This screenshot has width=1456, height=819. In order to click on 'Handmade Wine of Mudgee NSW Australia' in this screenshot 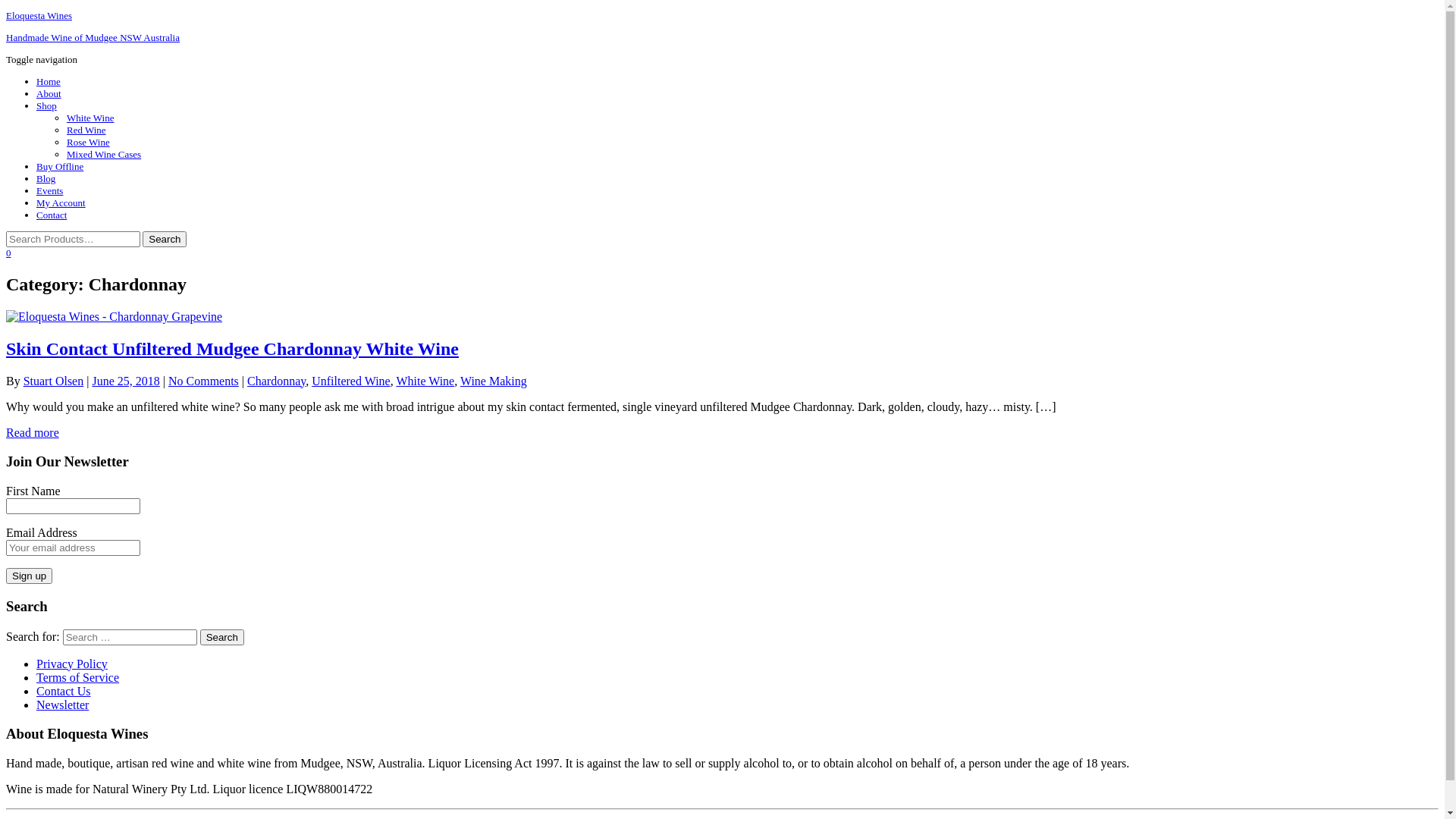, I will do `click(6, 36)`.